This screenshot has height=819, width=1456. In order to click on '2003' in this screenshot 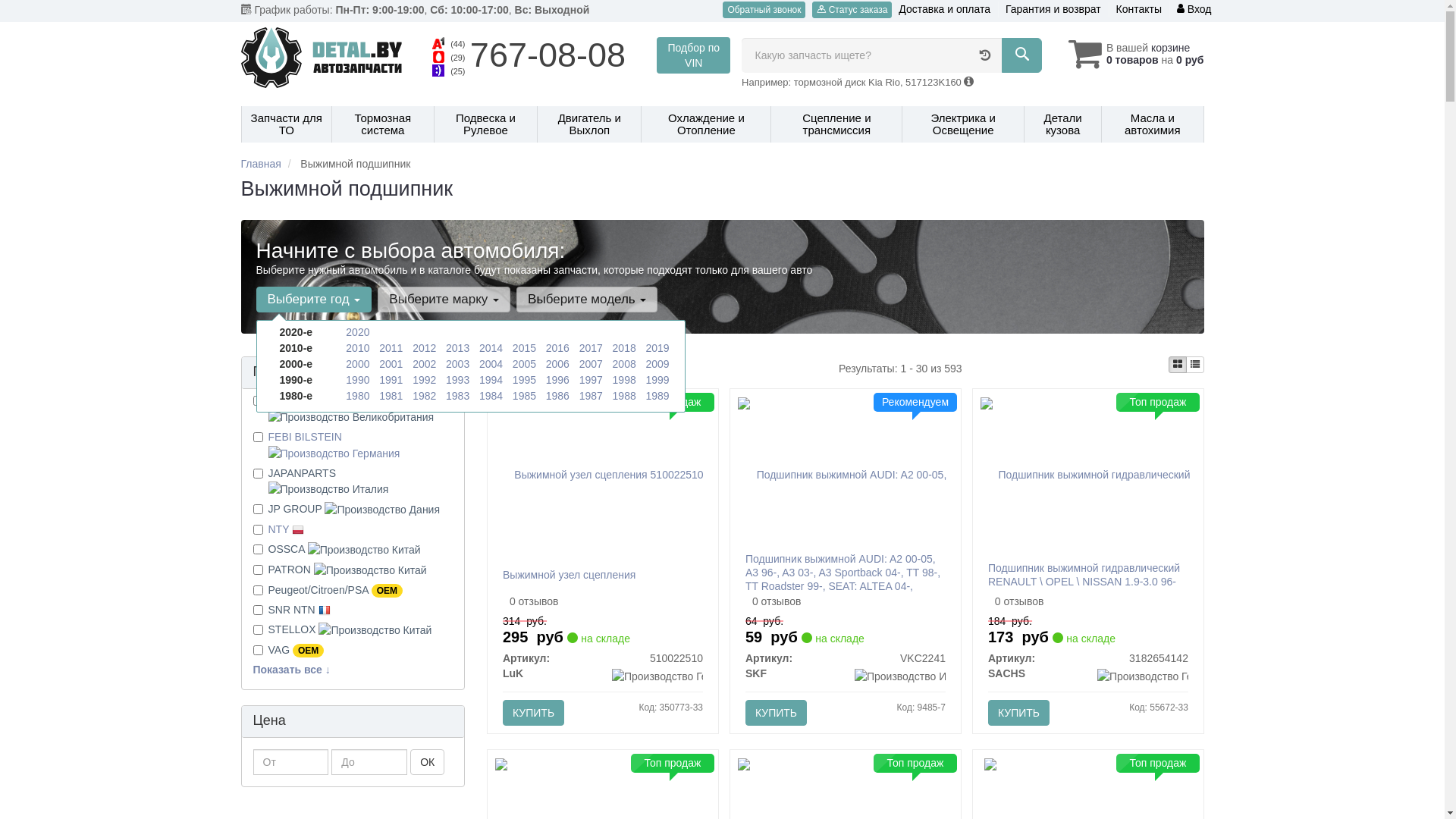, I will do `click(445, 363)`.